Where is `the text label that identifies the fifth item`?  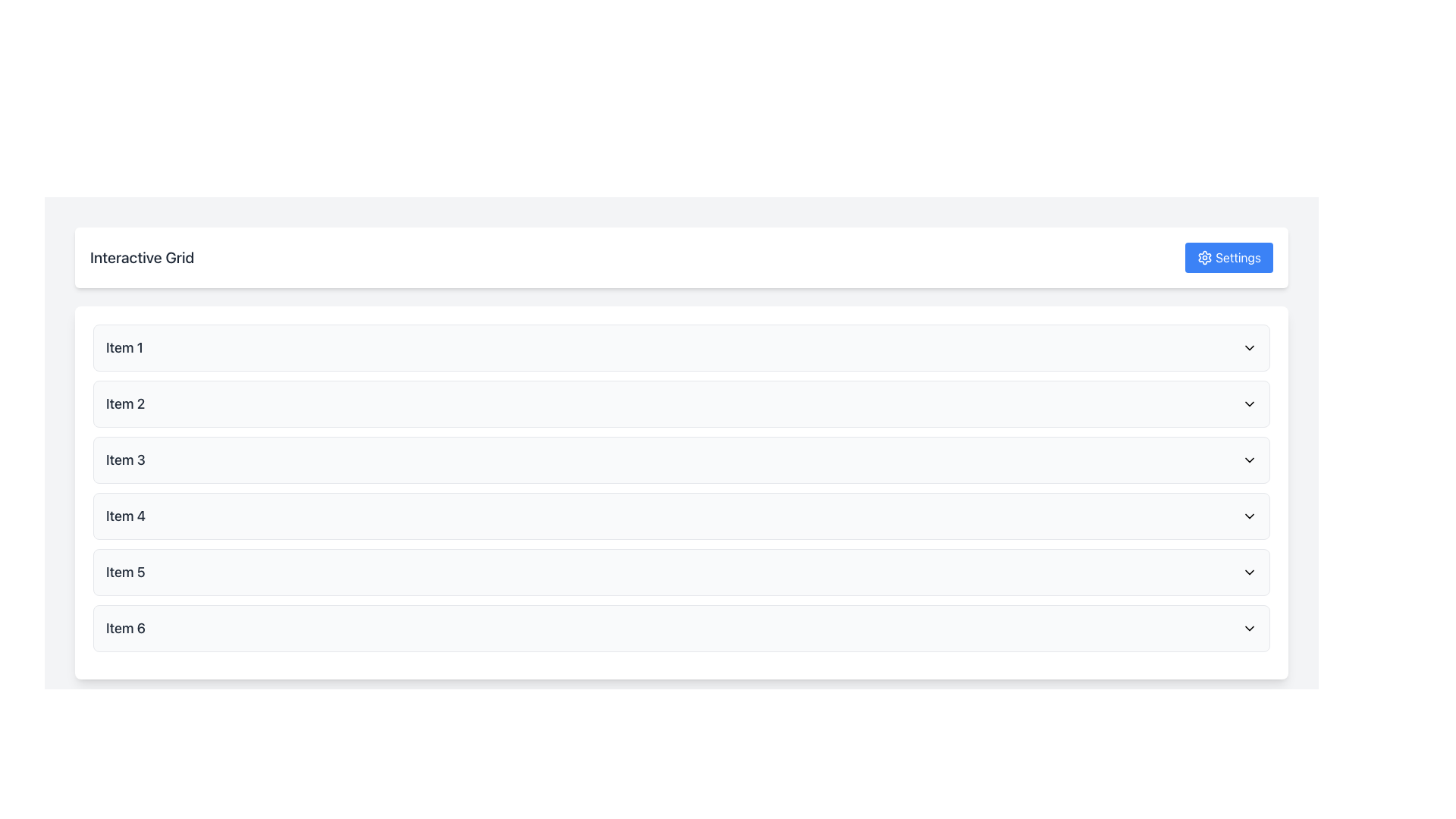 the text label that identifies the fifth item is located at coordinates (125, 573).